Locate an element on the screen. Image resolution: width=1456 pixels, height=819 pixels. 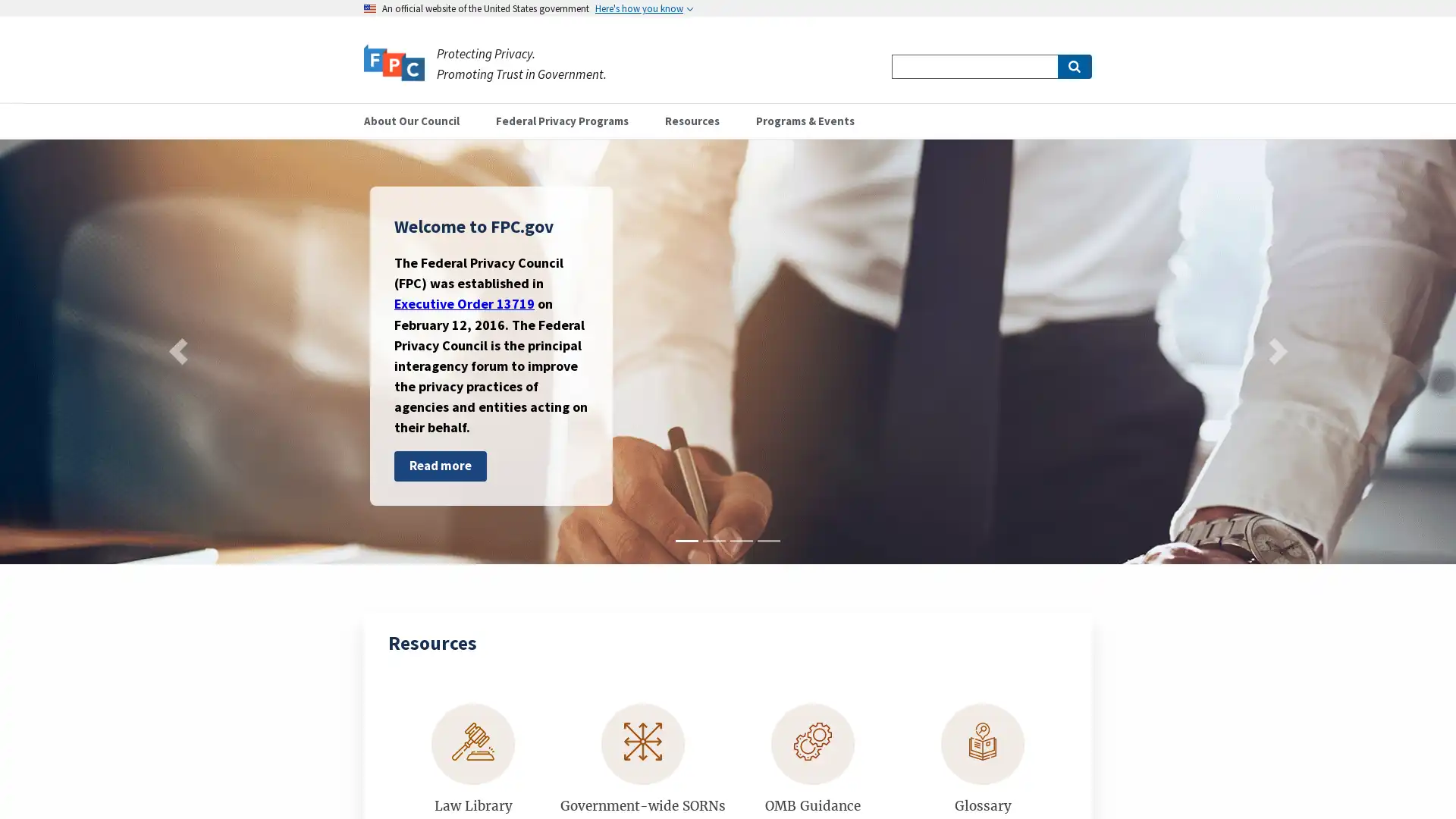
About Our Council is located at coordinates (418, 120).